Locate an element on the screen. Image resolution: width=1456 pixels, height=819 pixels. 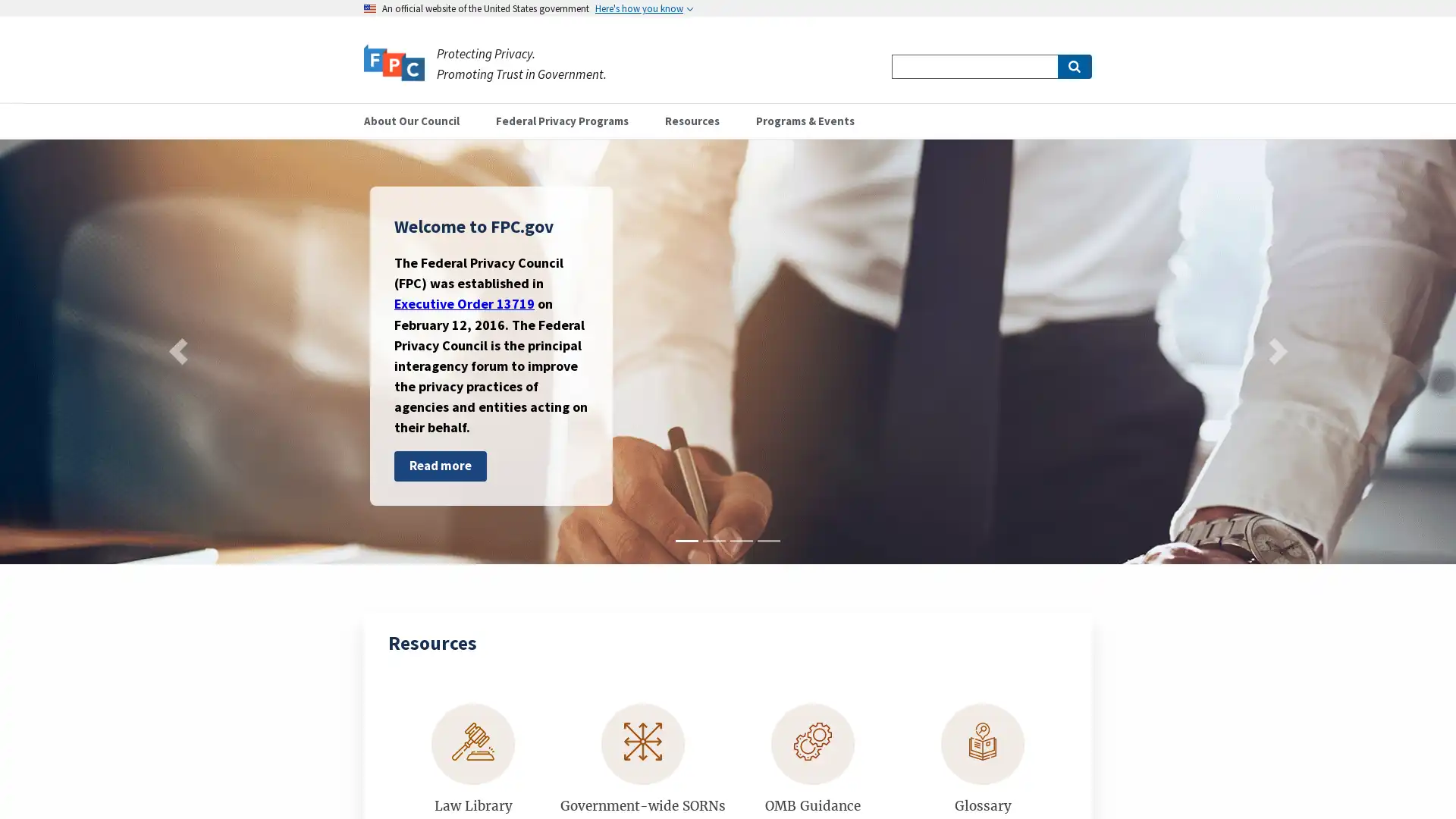
About Our Council is located at coordinates (418, 120).